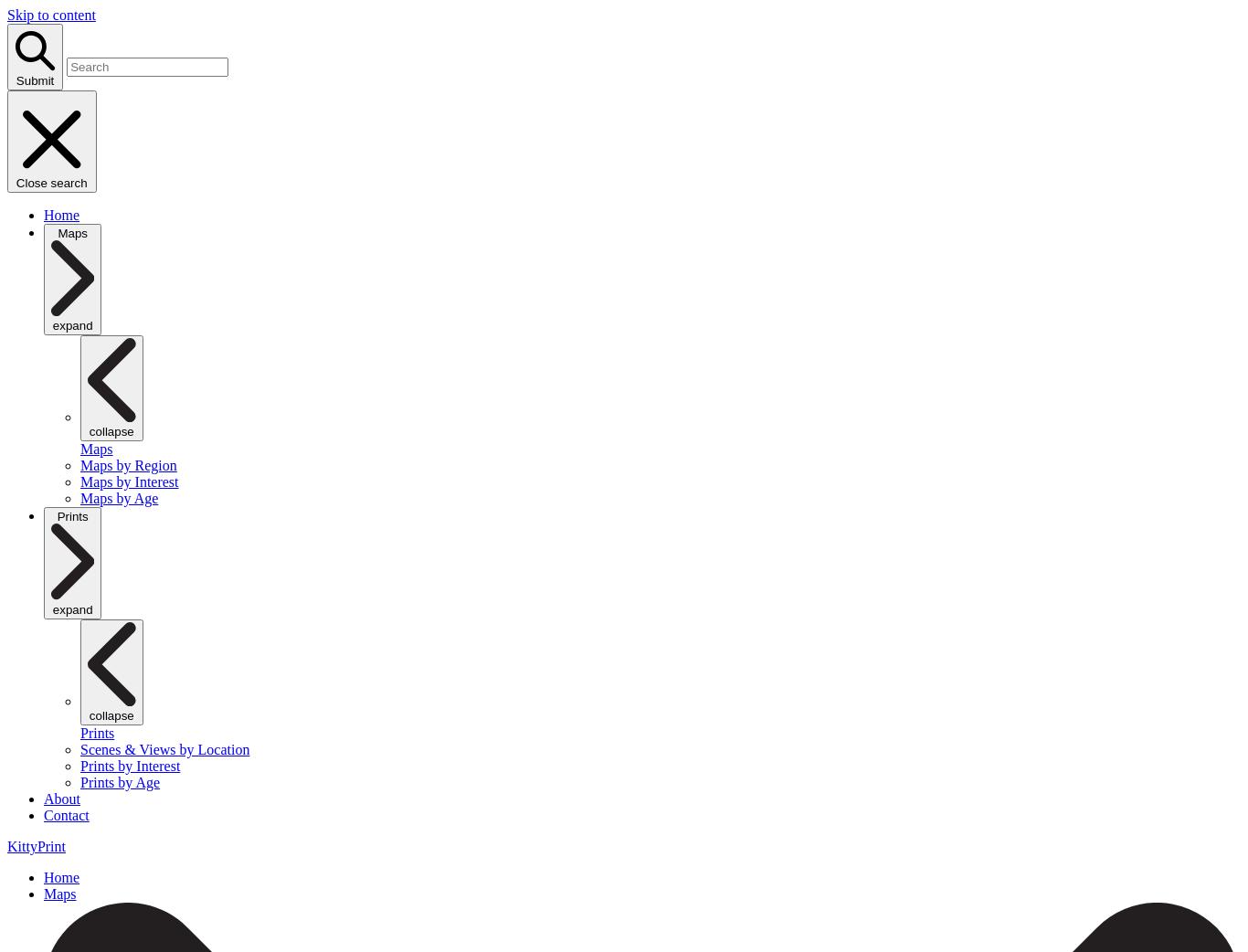 The image size is (1248, 952). What do you see at coordinates (37, 844) in the screenshot?
I see `'KittyPrint'` at bounding box center [37, 844].